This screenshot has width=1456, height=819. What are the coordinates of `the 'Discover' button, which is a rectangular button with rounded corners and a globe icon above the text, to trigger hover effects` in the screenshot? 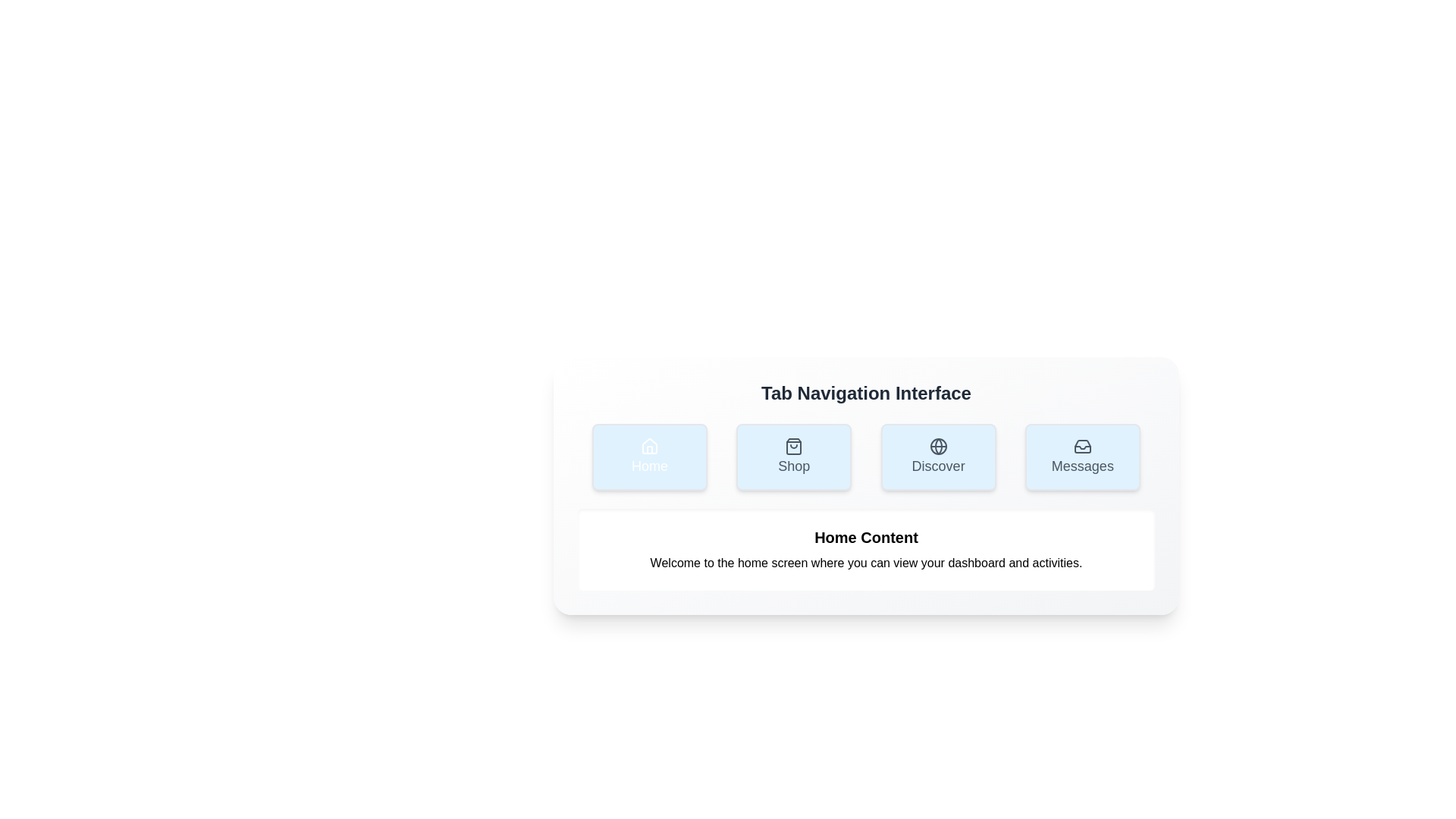 It's located at (937, 456).